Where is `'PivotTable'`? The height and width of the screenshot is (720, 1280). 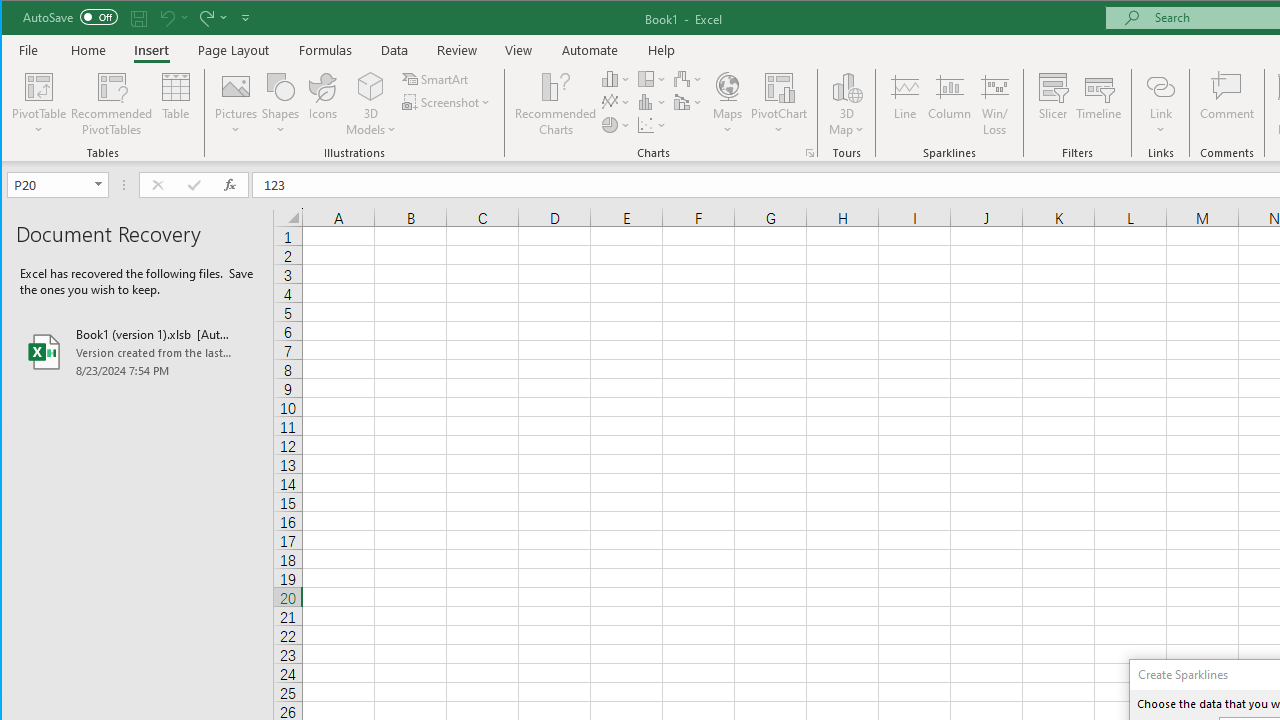
'PivotTable' is located at coordinates (39, 104).